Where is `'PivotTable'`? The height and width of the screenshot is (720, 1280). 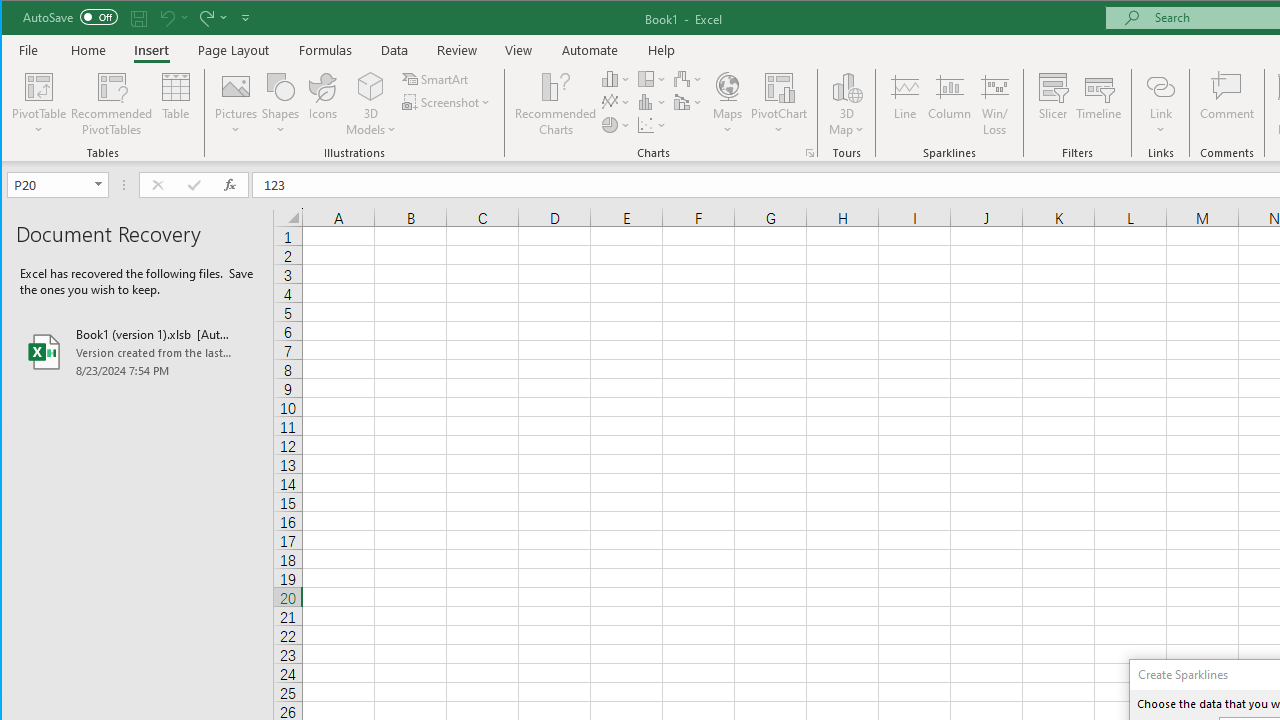
'PivotTable' is located at coordinates (39, 104).